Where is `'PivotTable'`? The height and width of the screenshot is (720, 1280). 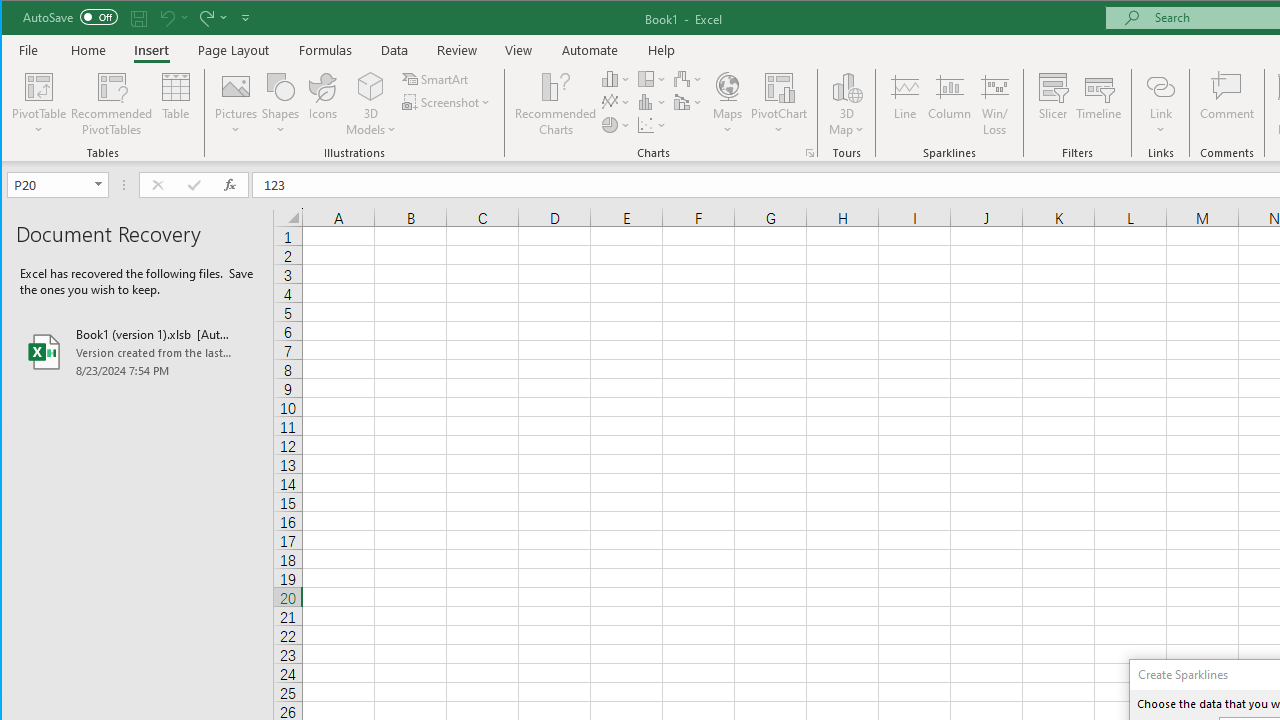
'PivotTable' is located at coordinates (39, 104).